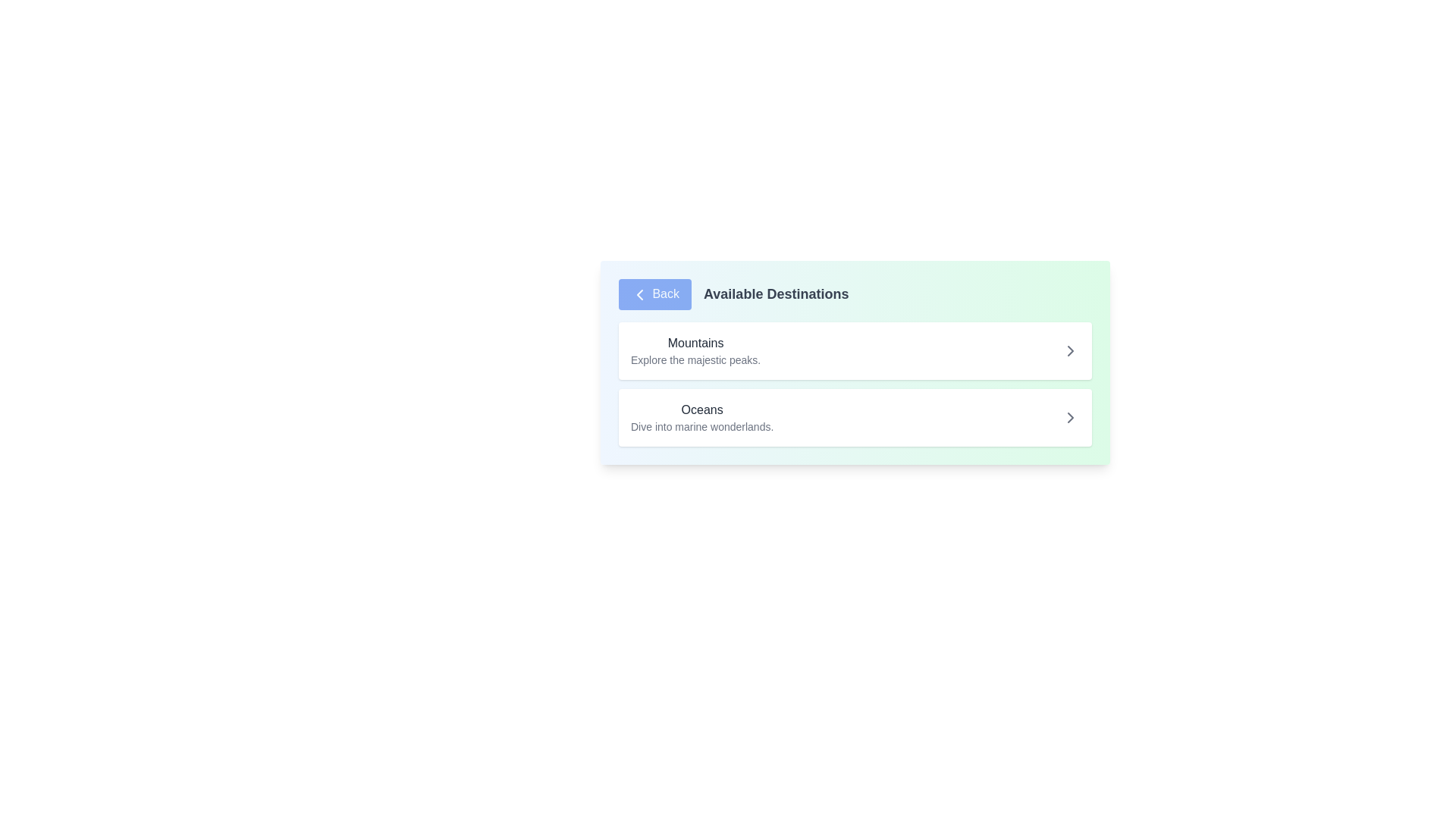 The height and width of the screenshot is (819, 1456). What do you see at coordinates (776, 294) in the screenshot?
I see `the static text label that serves as a title or heading for the current view, located to the right of the 'Back' button in the navigation bar` at bounding box center [776, 294].